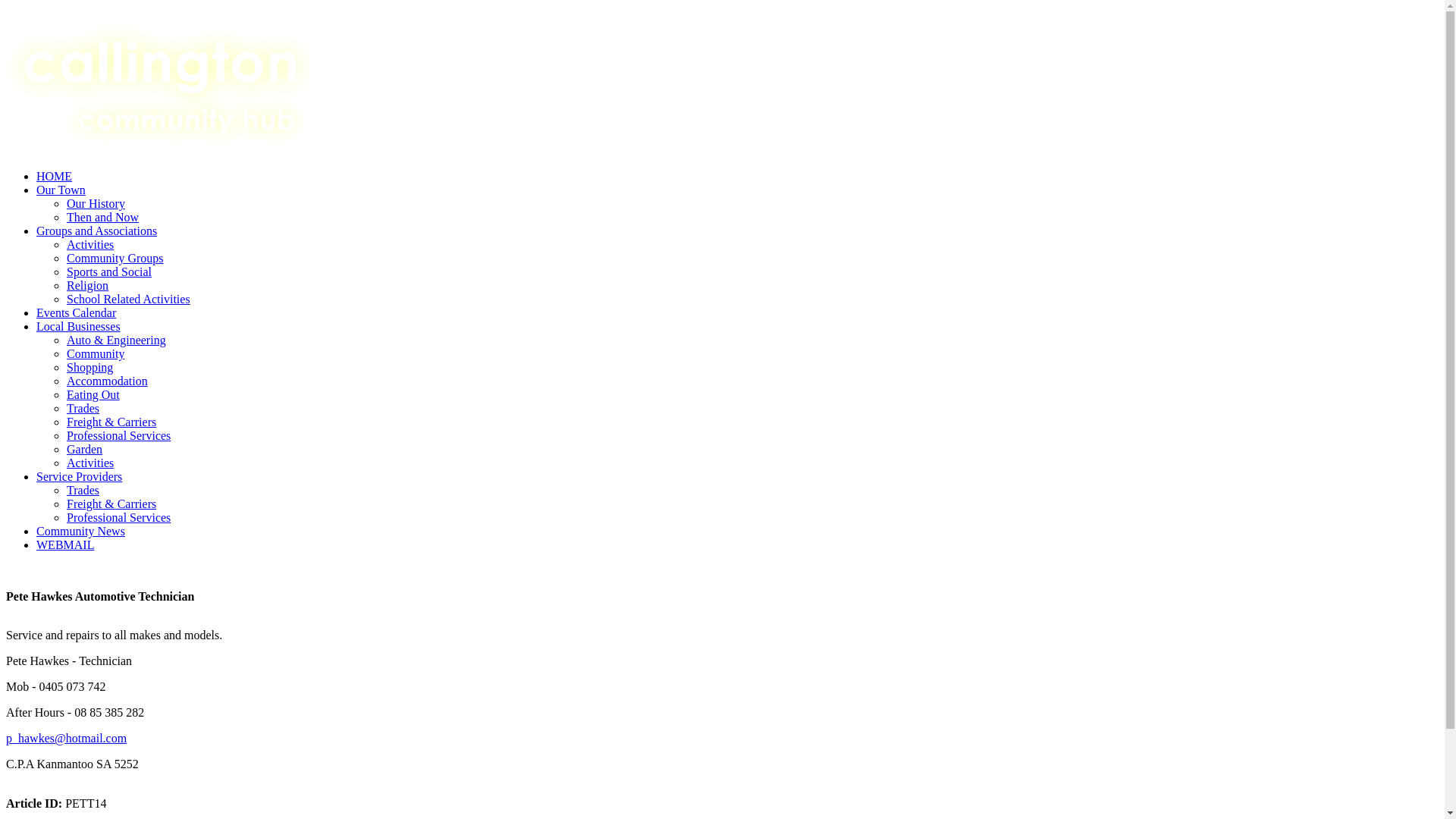 This screenshot has width=1456, height=819. I want to click on 'Freight & Carriers', so click(111, 422).